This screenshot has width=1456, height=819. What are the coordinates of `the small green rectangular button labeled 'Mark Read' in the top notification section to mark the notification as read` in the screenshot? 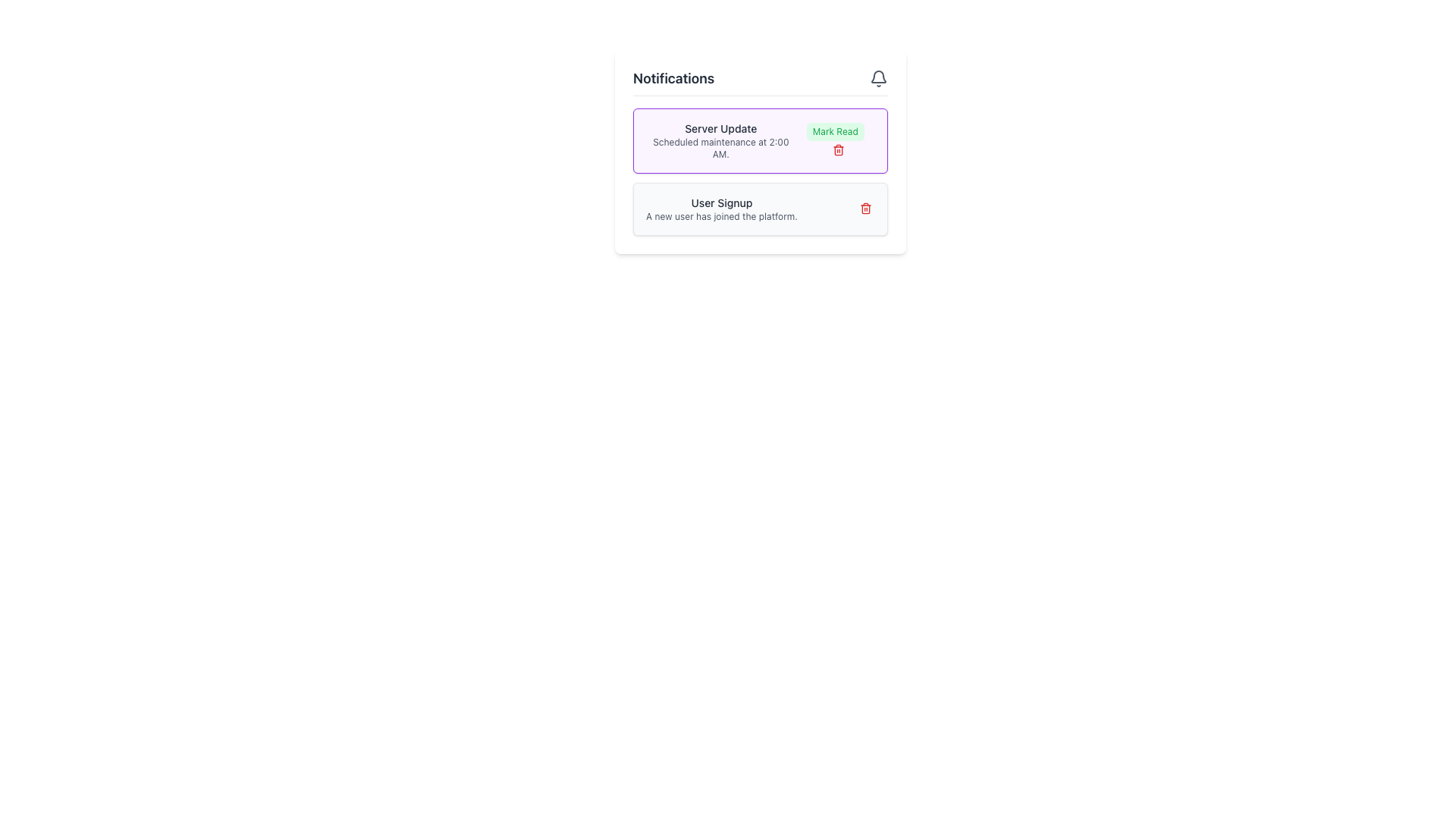 It's located at (834, 140).